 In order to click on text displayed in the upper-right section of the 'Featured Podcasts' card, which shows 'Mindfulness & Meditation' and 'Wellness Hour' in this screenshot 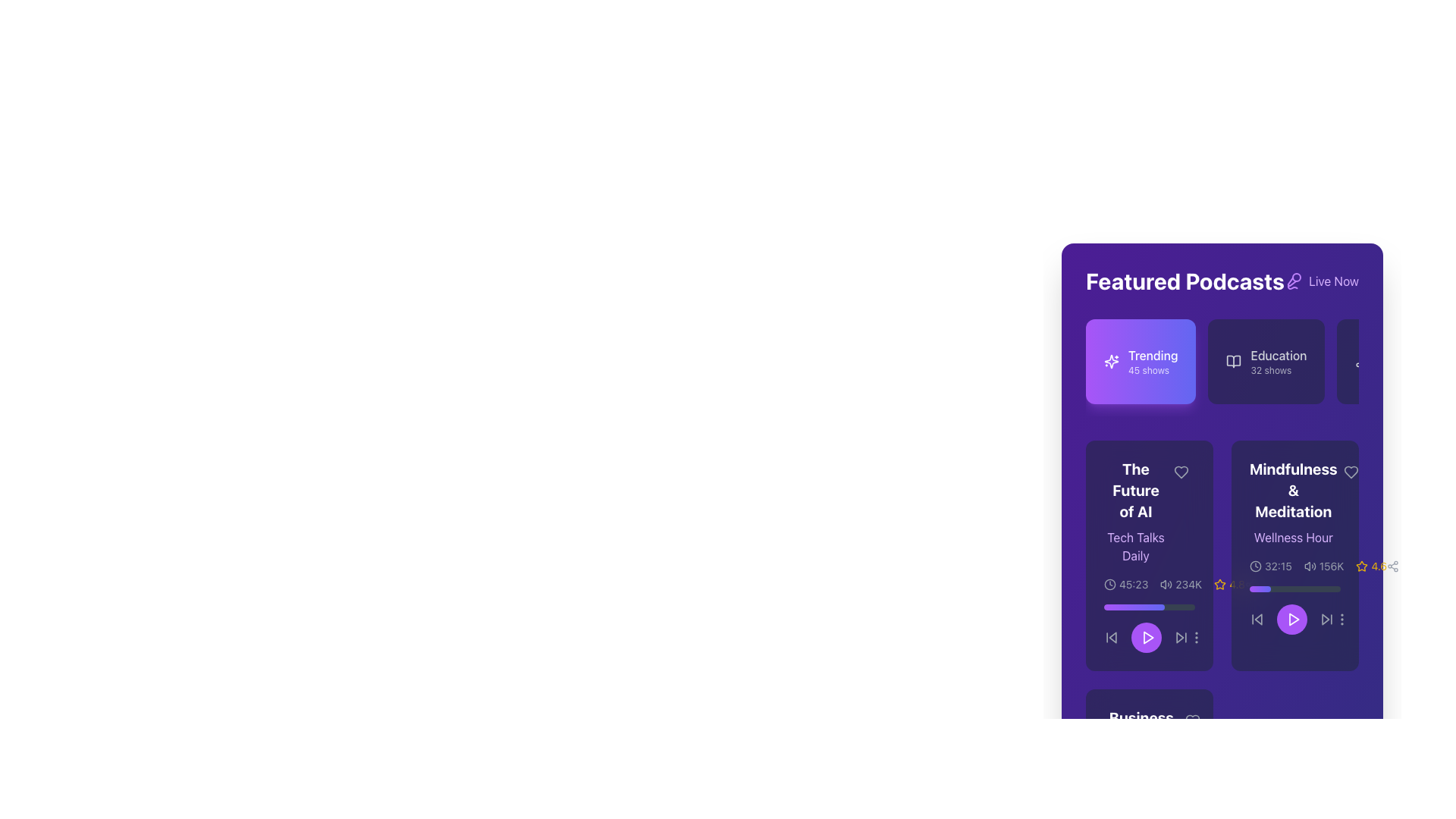, I will do `click(1294, 503)`.